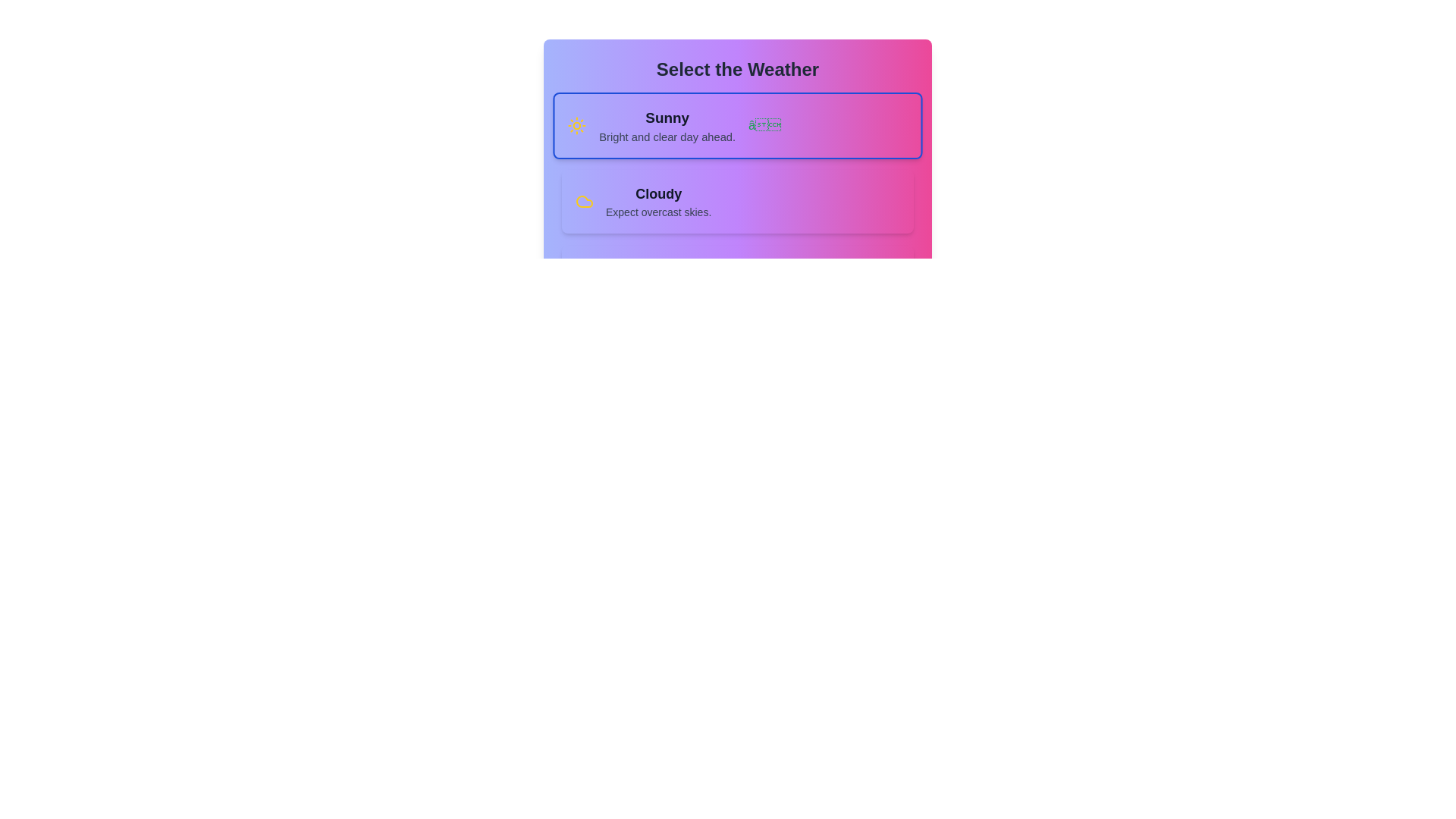 Image resolution: width=1456 pixels, height=819 pixels. Describe the element at coordinates (758, 124) in the screenshot. I see `the green checkmark icon located at the far right of the 'Sunny' card, slightly above the middle line` at that location.